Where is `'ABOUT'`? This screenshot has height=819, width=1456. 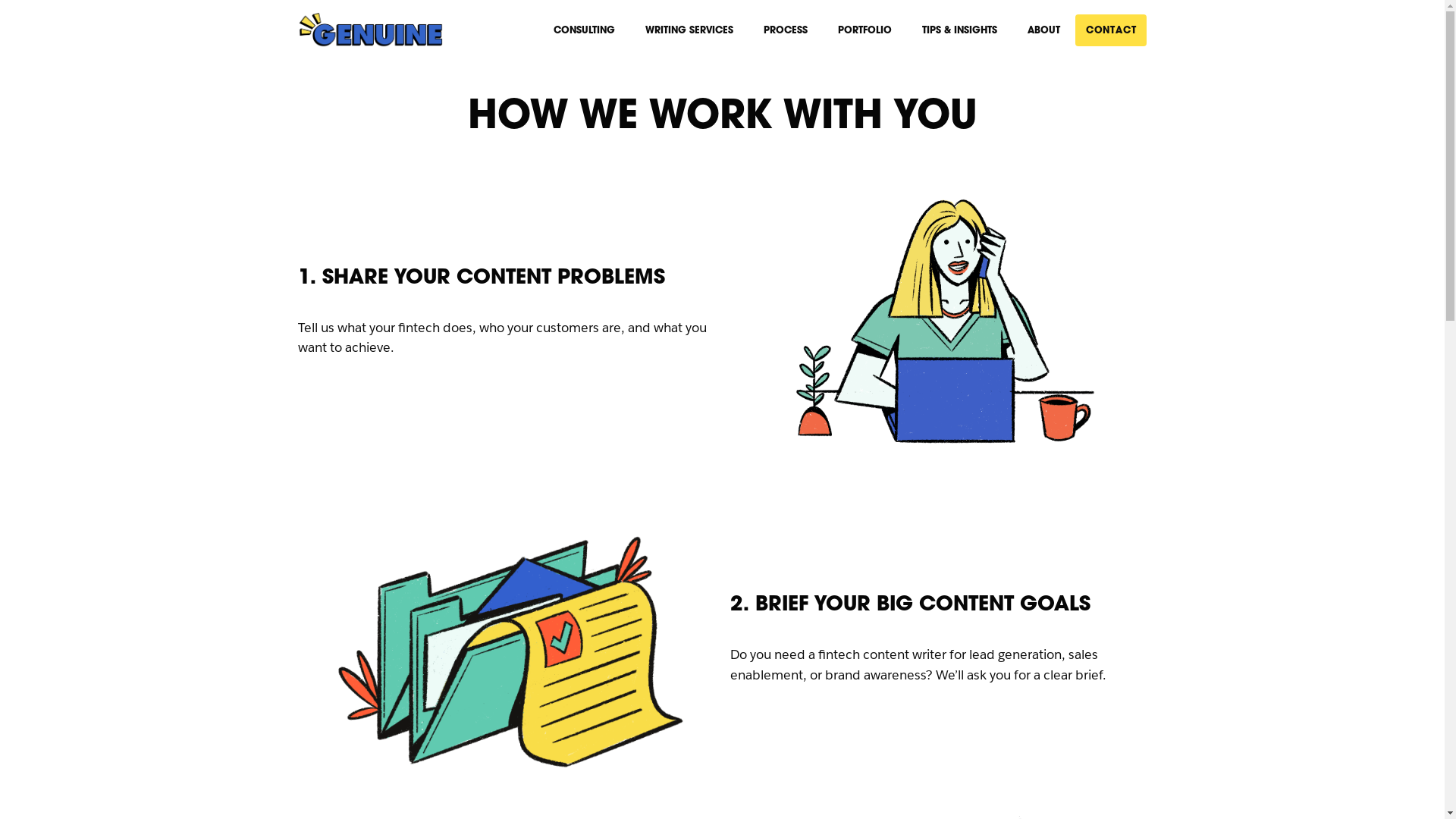 'ABOUT' is located at coordinates (1043, 30).